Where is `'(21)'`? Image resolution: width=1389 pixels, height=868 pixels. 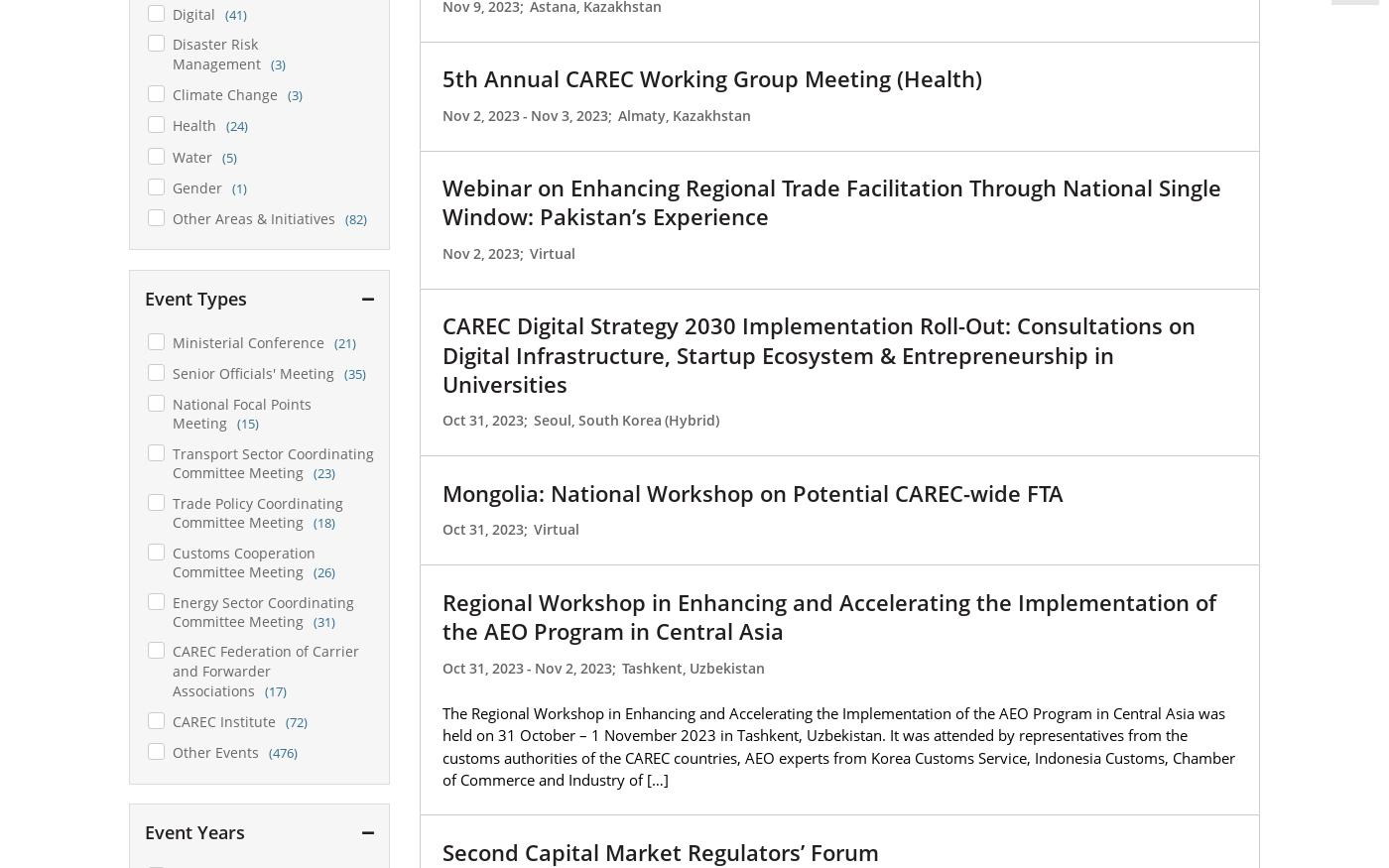 '(21)' is located at coordinates (344, 342).